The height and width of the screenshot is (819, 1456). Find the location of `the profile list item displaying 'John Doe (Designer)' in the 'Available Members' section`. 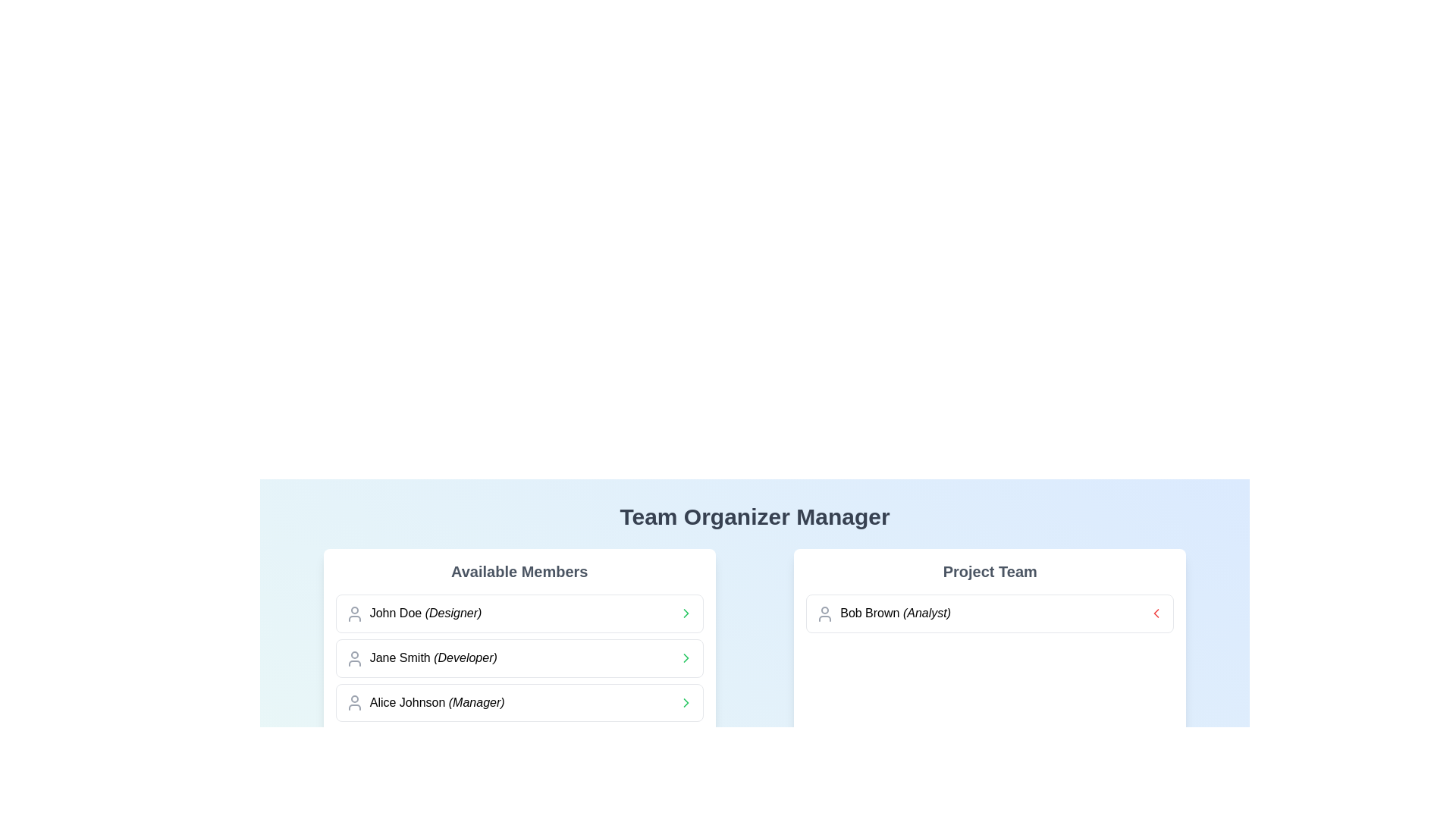

the profile list item displaying 'John Doe (Designer)' in the 'Available Members' section is located at coordinates (413, 613).